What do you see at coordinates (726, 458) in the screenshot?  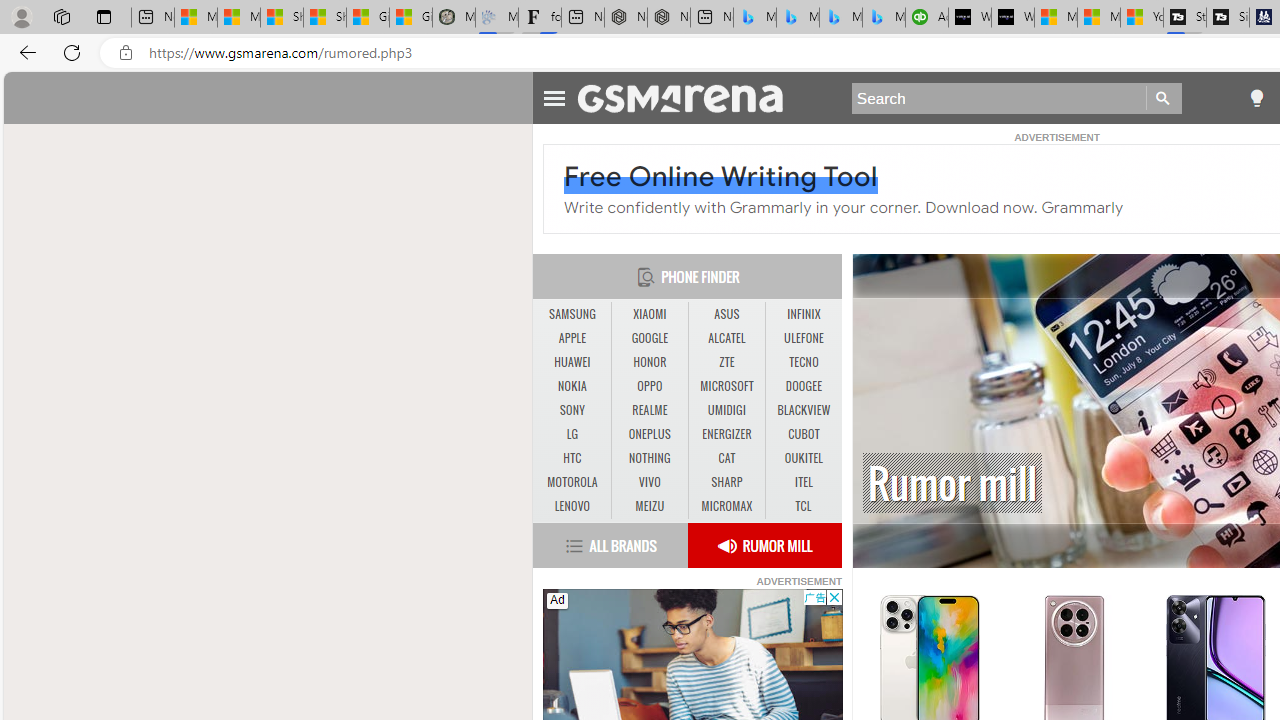 I see `'CAT'` at bounding box center [726, 458].